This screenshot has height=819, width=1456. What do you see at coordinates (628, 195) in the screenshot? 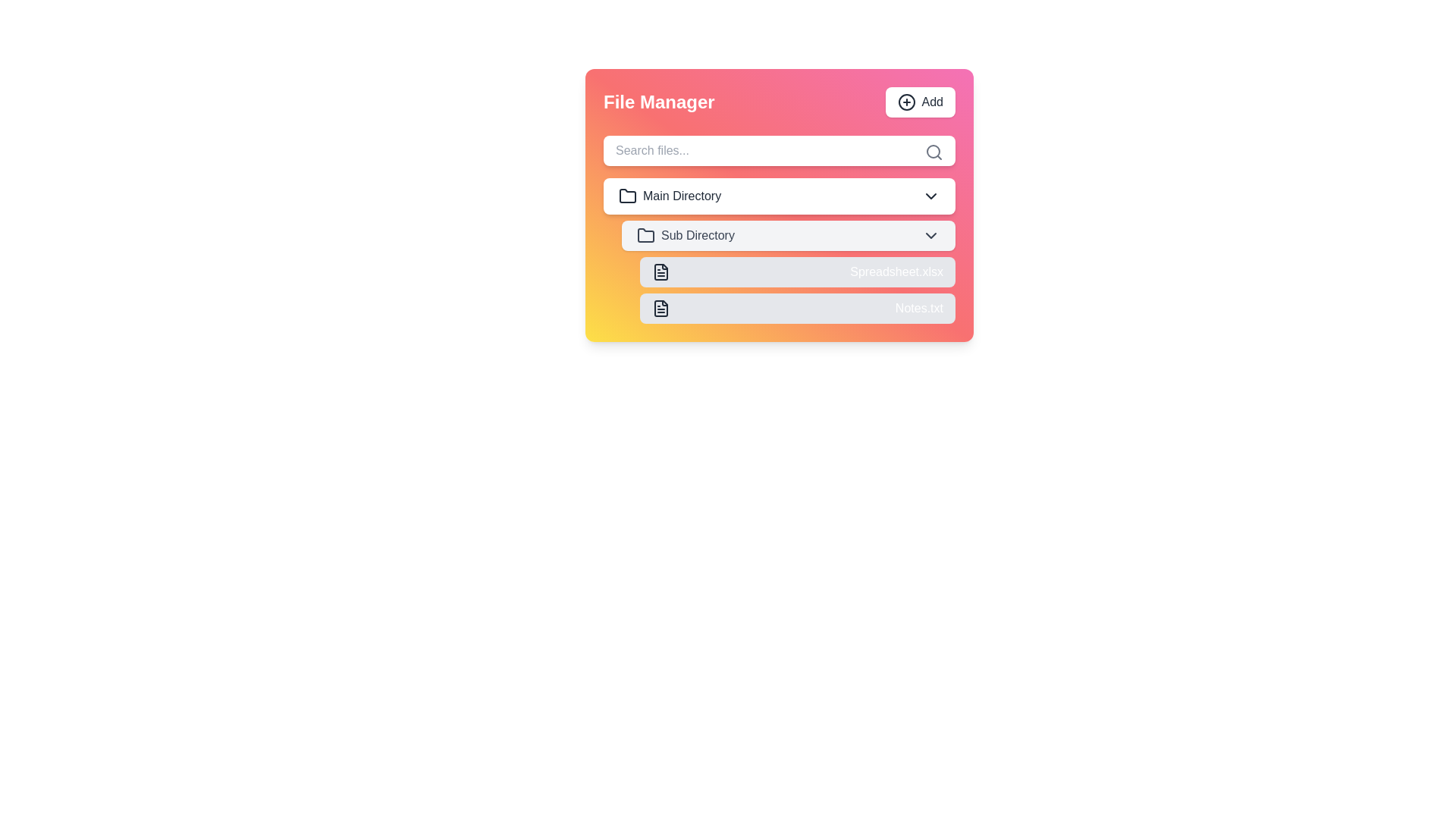
I see `the Folder icon, which represents the 'Main Directory' label and is positioned to the far left of the associated text` at bounding box center [628, 195].